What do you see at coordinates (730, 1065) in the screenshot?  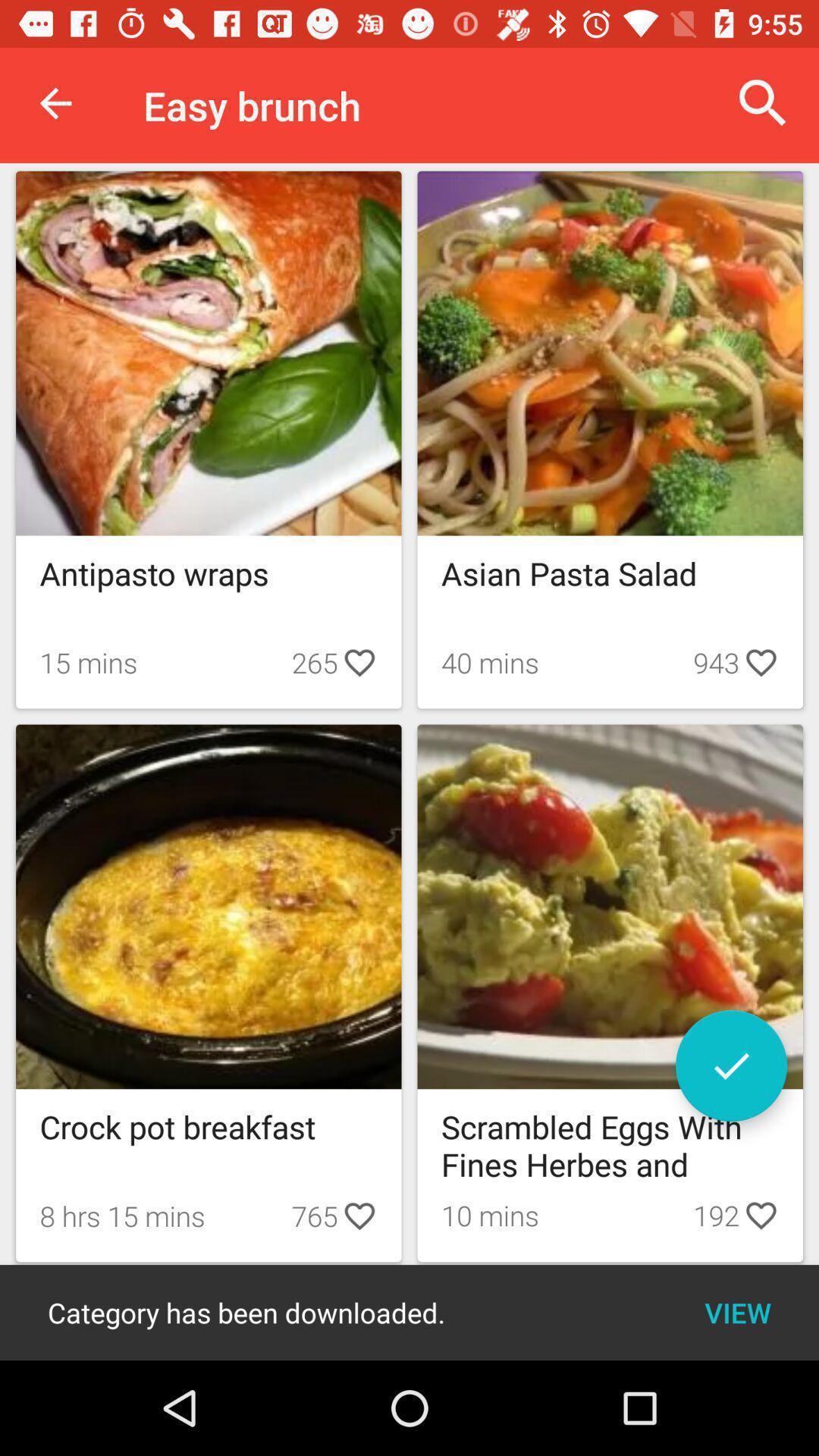 I see `icon above the 192 item` at bounding box center [730, 1065].